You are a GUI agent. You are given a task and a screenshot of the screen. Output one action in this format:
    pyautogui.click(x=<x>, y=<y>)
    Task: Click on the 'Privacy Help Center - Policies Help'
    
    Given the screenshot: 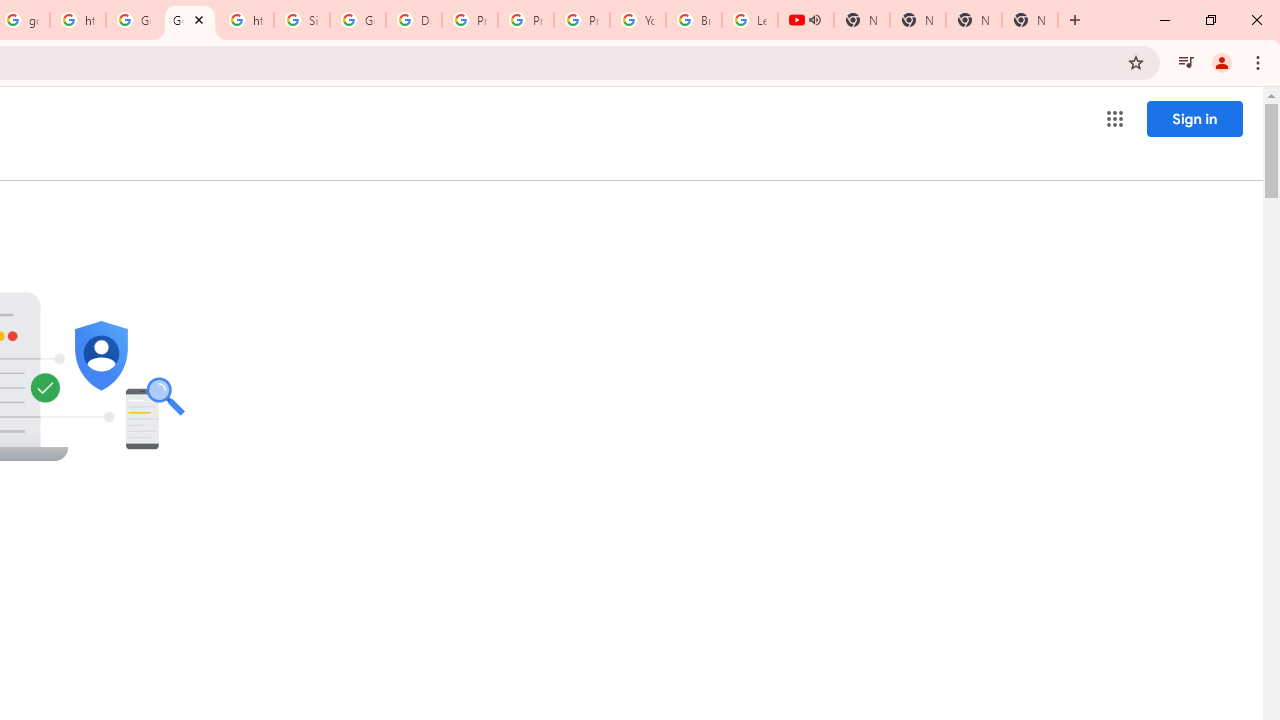 What is the action you would take?
    pyautogui.click(x=468, y=20)
    